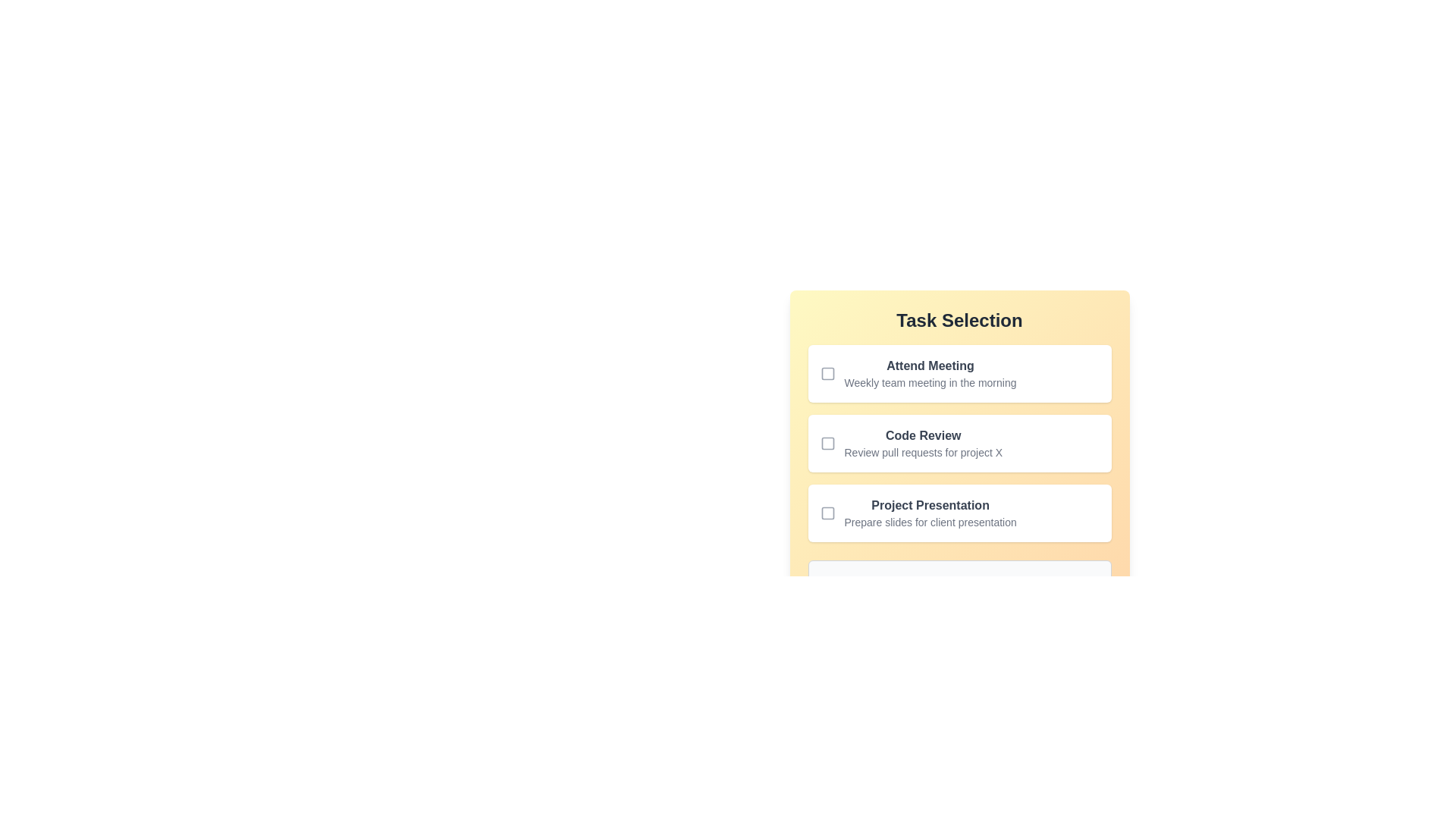 The height and width of the screenshot is (819, 1456). Describe the element at coordinates (918, 513) in the screenshot. I see `the interactive checkbox list item featuring the checkbox and text 'Project Presentation'` at that location.